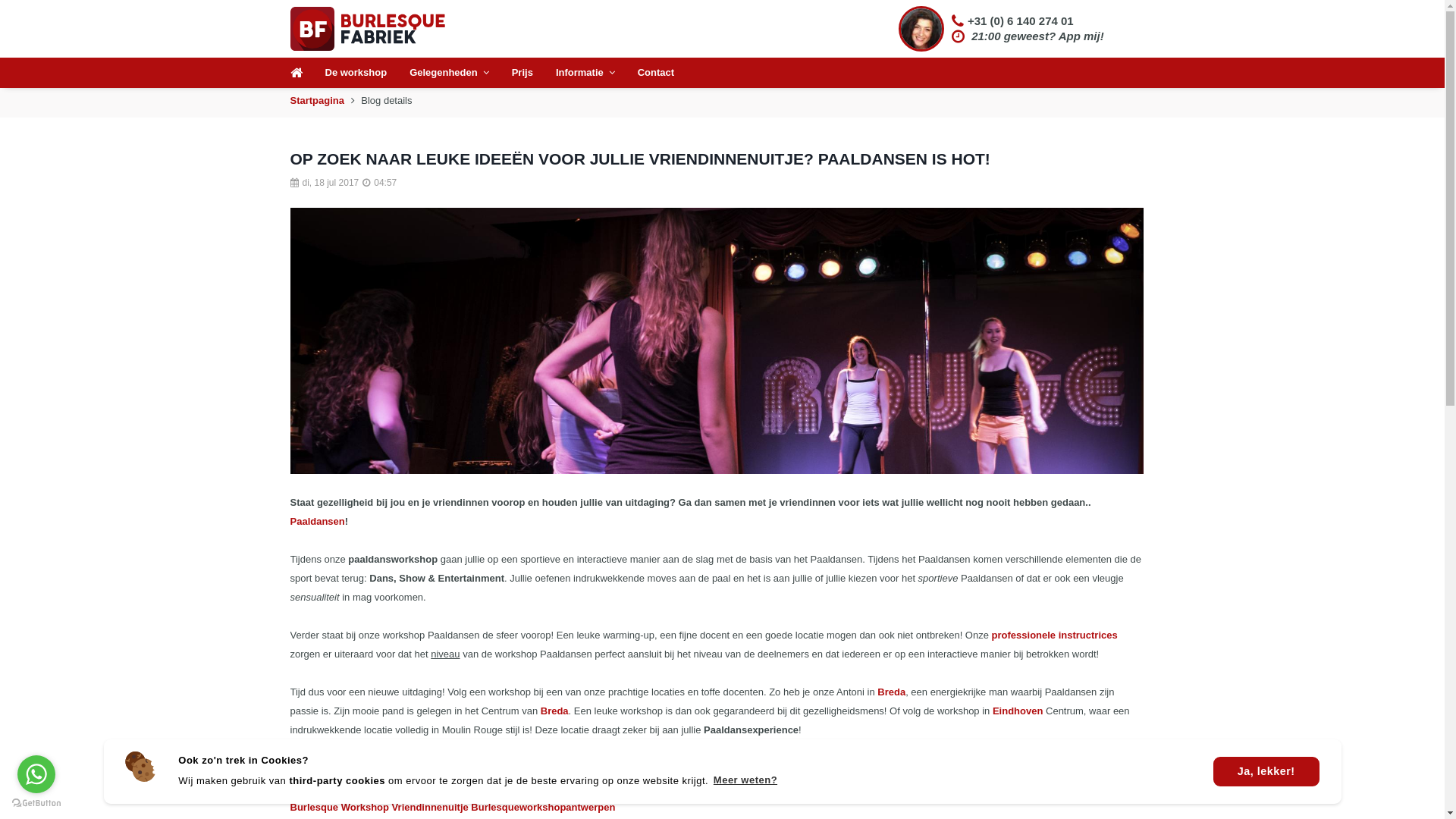 This screenshot has height=819, width=1456. I want to click on 'Breda', so click(891, 692).